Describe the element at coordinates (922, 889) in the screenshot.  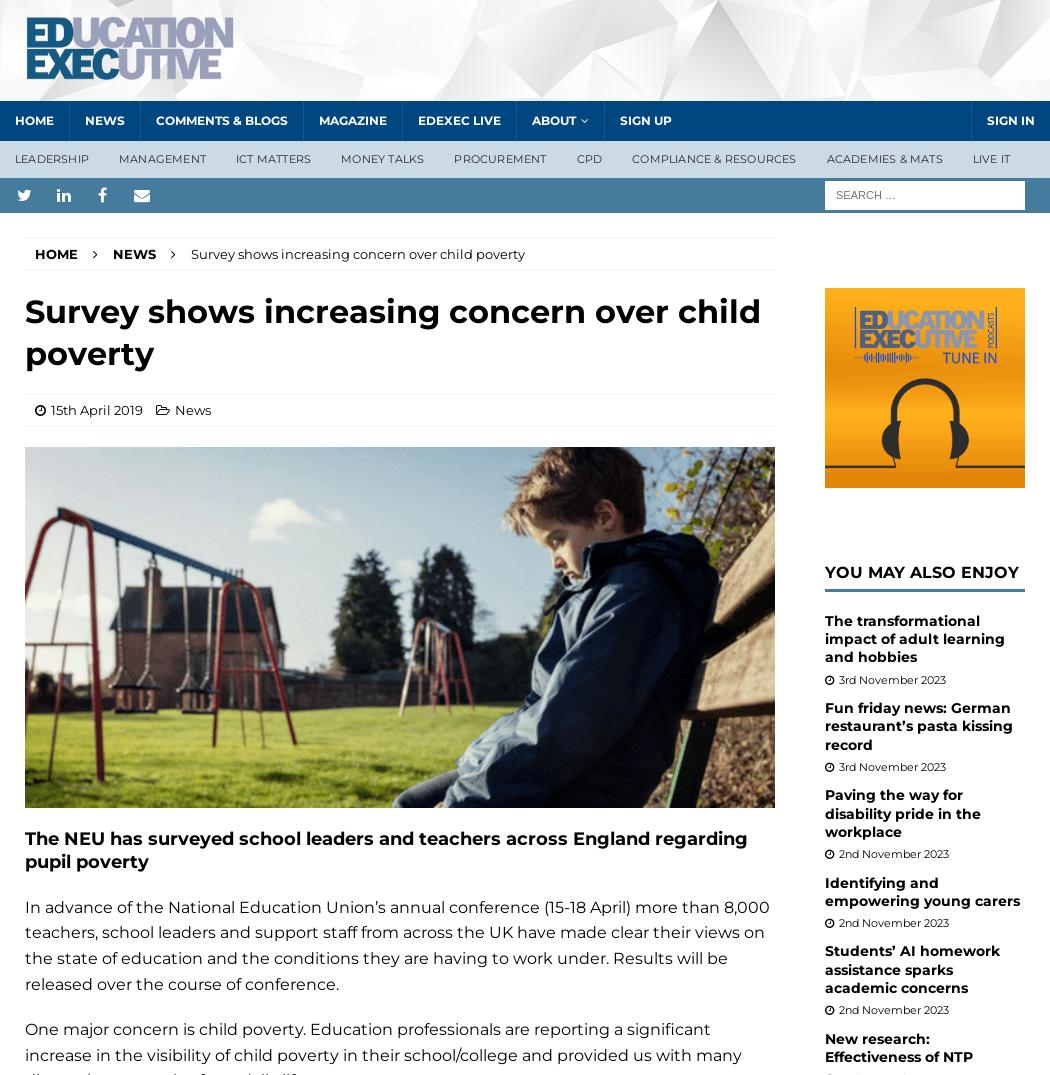
I see `'Identifying and empowering young carers'` at that location.